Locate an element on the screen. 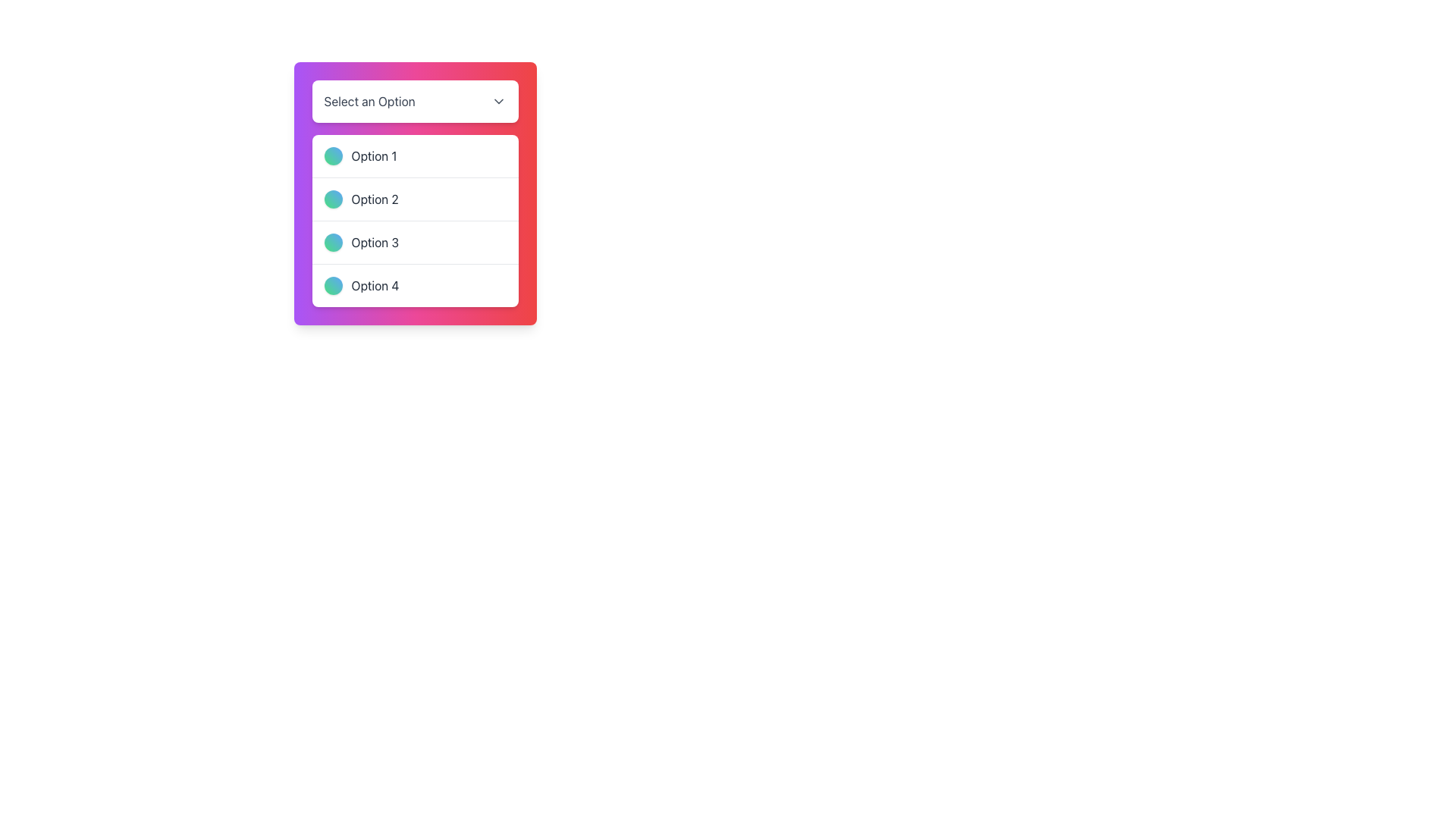  the selectable list item for 'Option 3' in the dropdown menu to activate hover effects is located at coordinates (415, 242).